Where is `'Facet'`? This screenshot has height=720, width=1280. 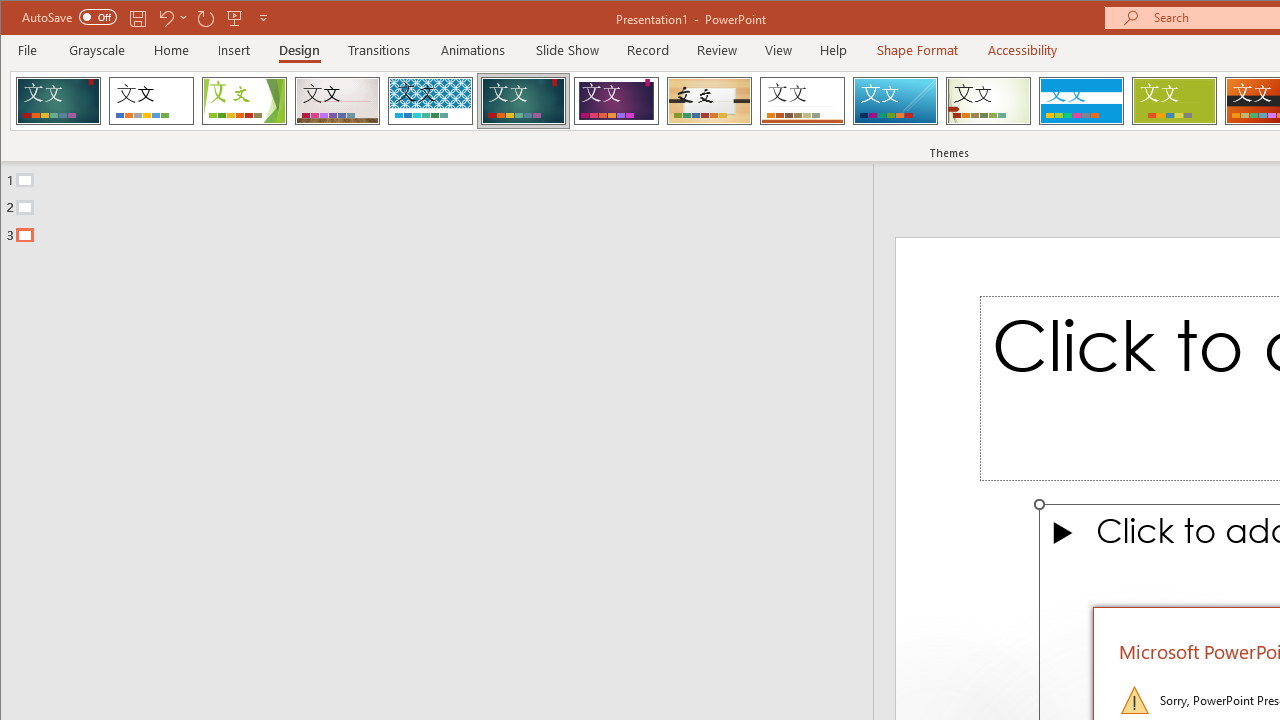
'Facet' is located at coordinates (243, 100).